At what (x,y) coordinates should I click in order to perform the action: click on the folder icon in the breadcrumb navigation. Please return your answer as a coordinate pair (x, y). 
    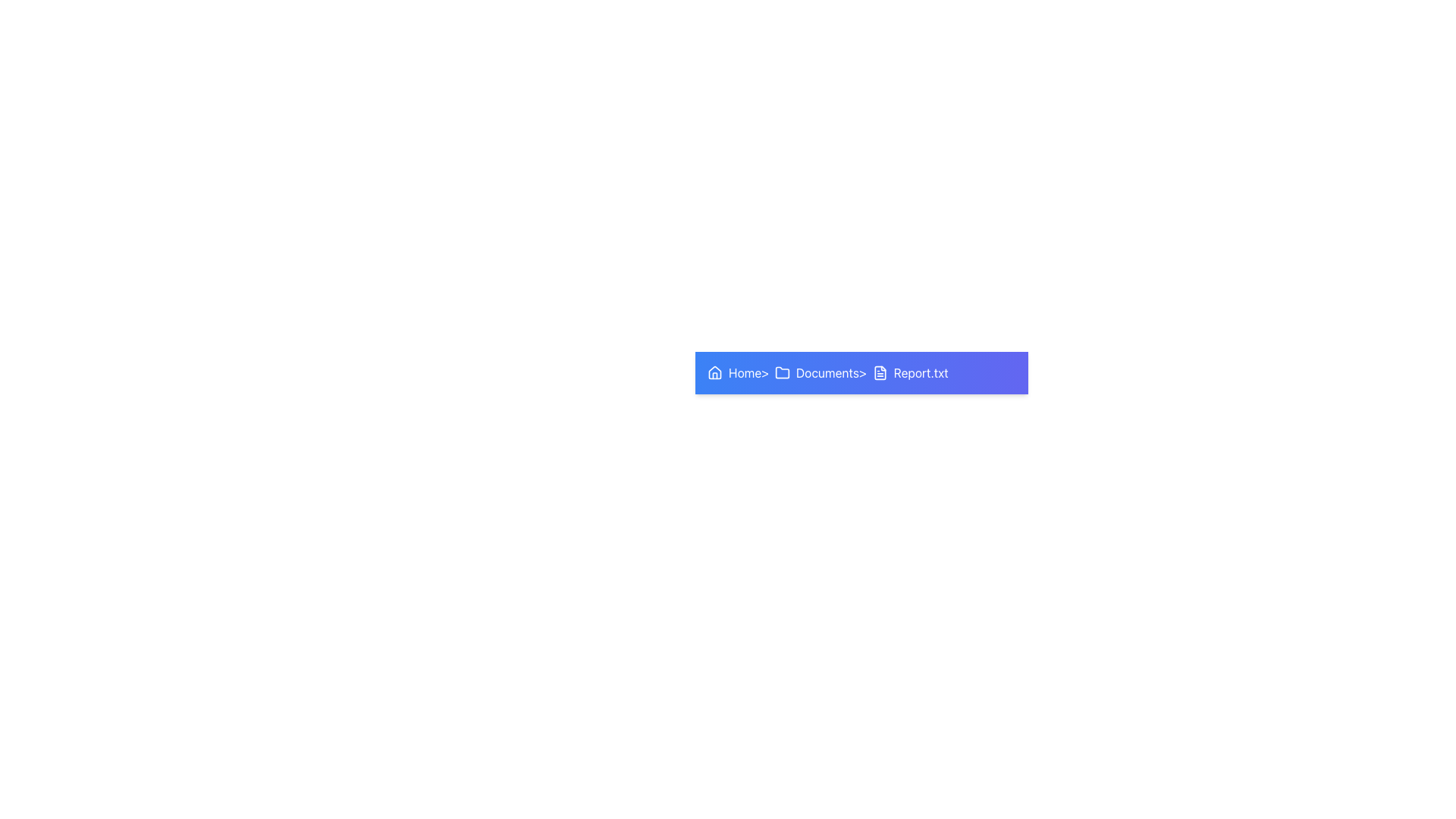
    Looking at the image, I should click on (783, 372).